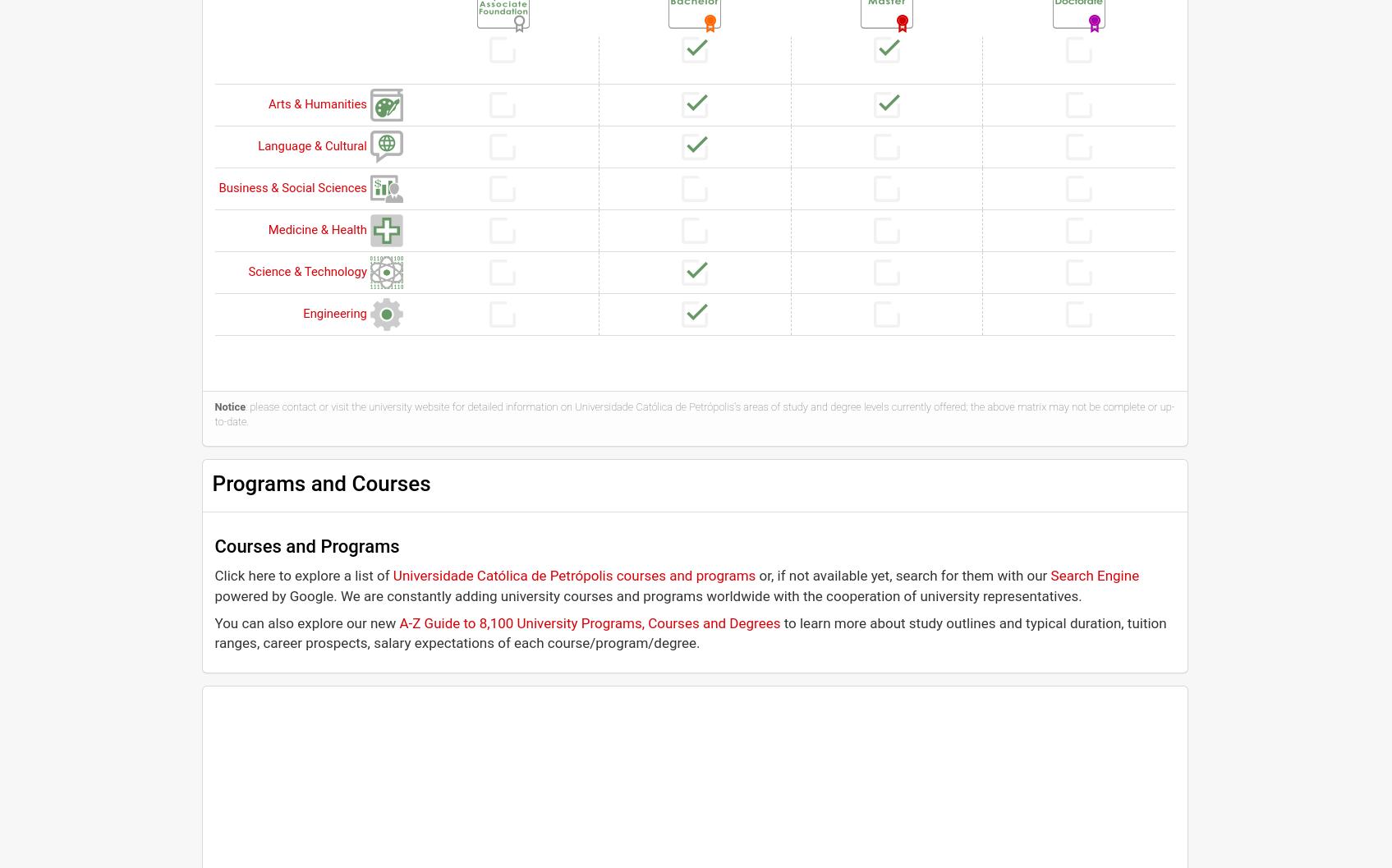  I want to click on 'Click here to explore a list of', so click(214, 575).